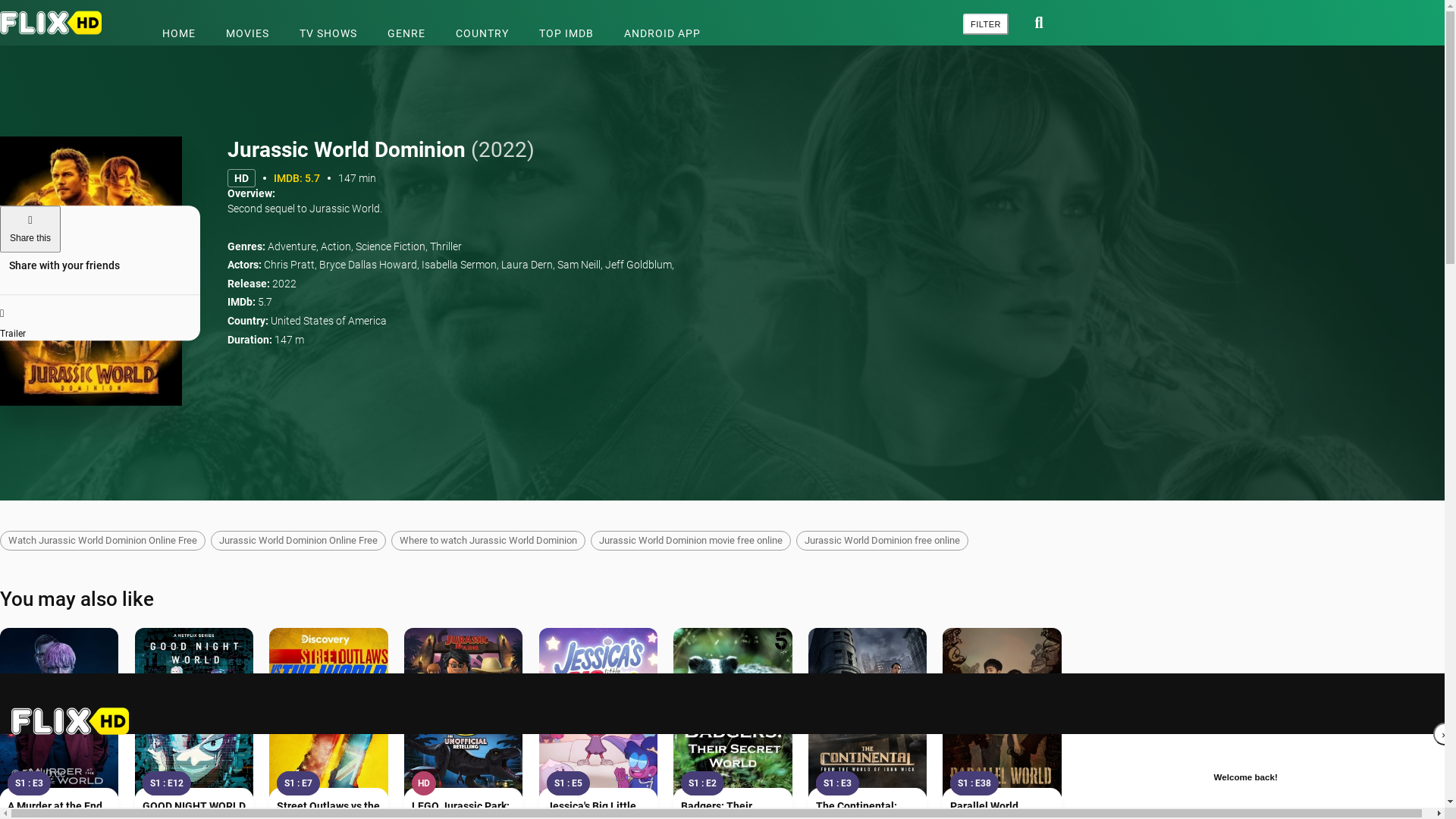 The width and height of the screenshot is (1456, 819). Describe the element at coordinates (604, 263) in the screenshot. I see `'Jeff Goldblum'` at that location.